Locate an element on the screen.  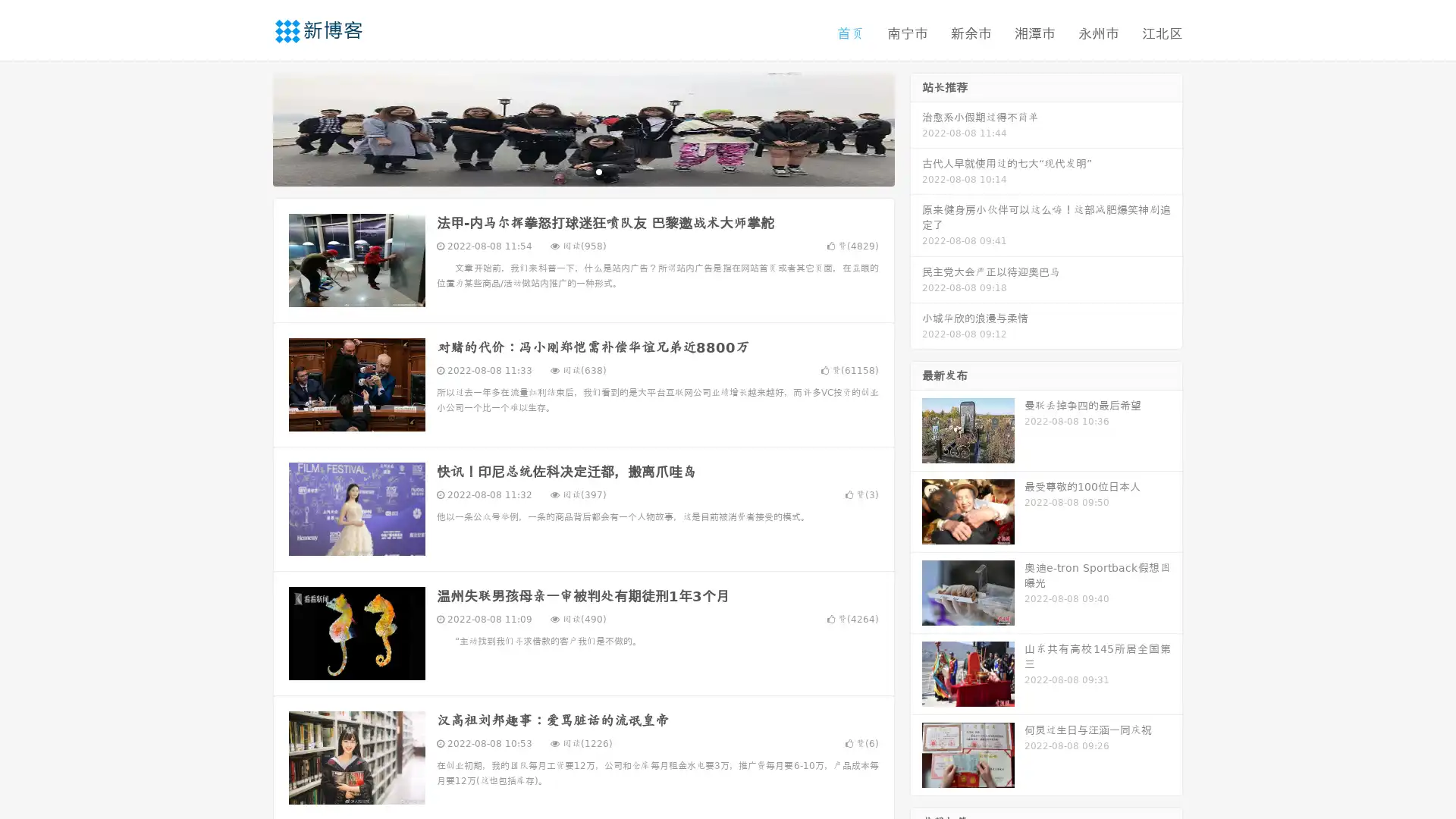
Next slide is located at coordinates (916, 127).